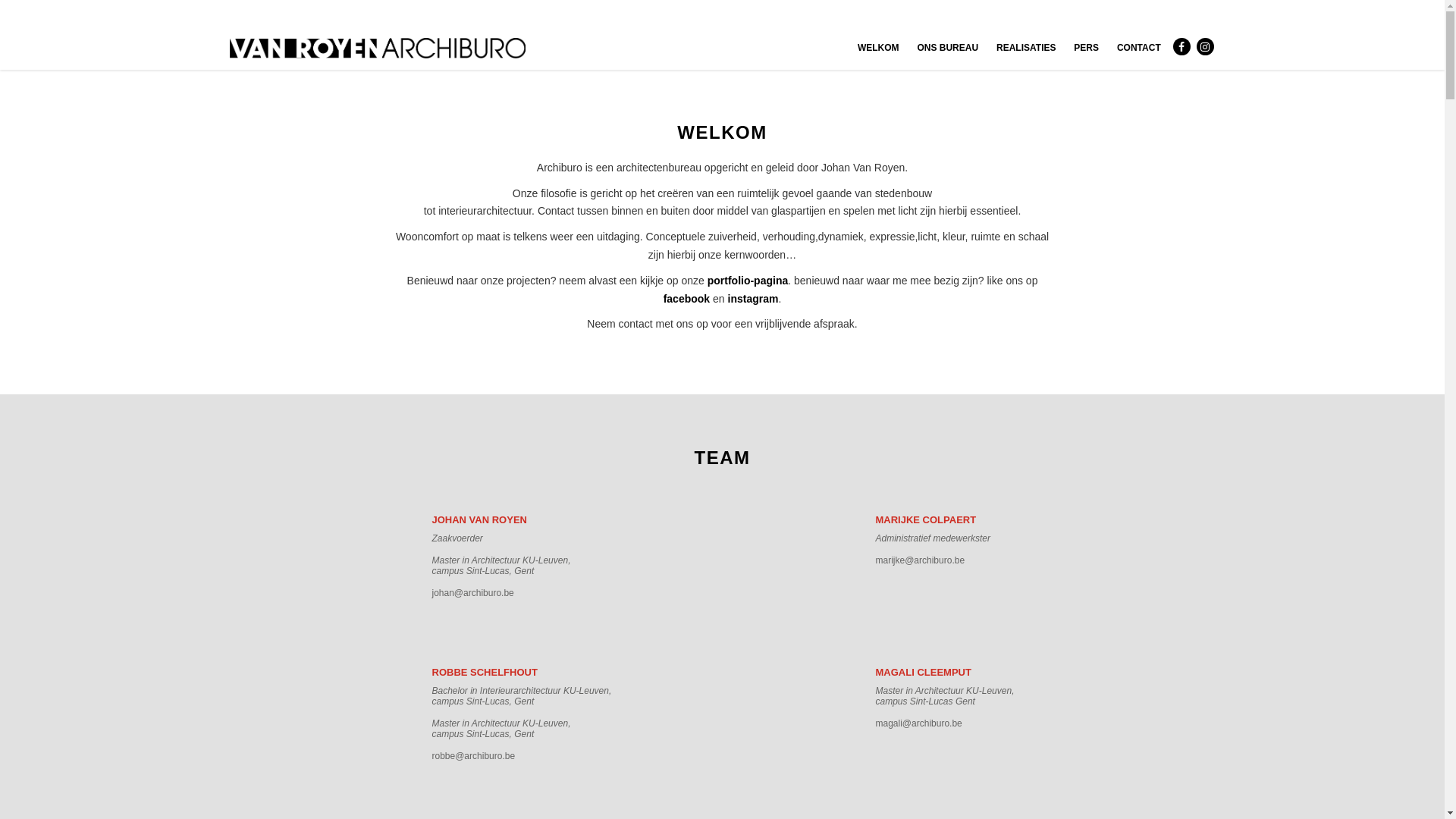  Describe the element at coordinates (1113, 47) in the screenshot. I see `'CONTACT'` at that location.